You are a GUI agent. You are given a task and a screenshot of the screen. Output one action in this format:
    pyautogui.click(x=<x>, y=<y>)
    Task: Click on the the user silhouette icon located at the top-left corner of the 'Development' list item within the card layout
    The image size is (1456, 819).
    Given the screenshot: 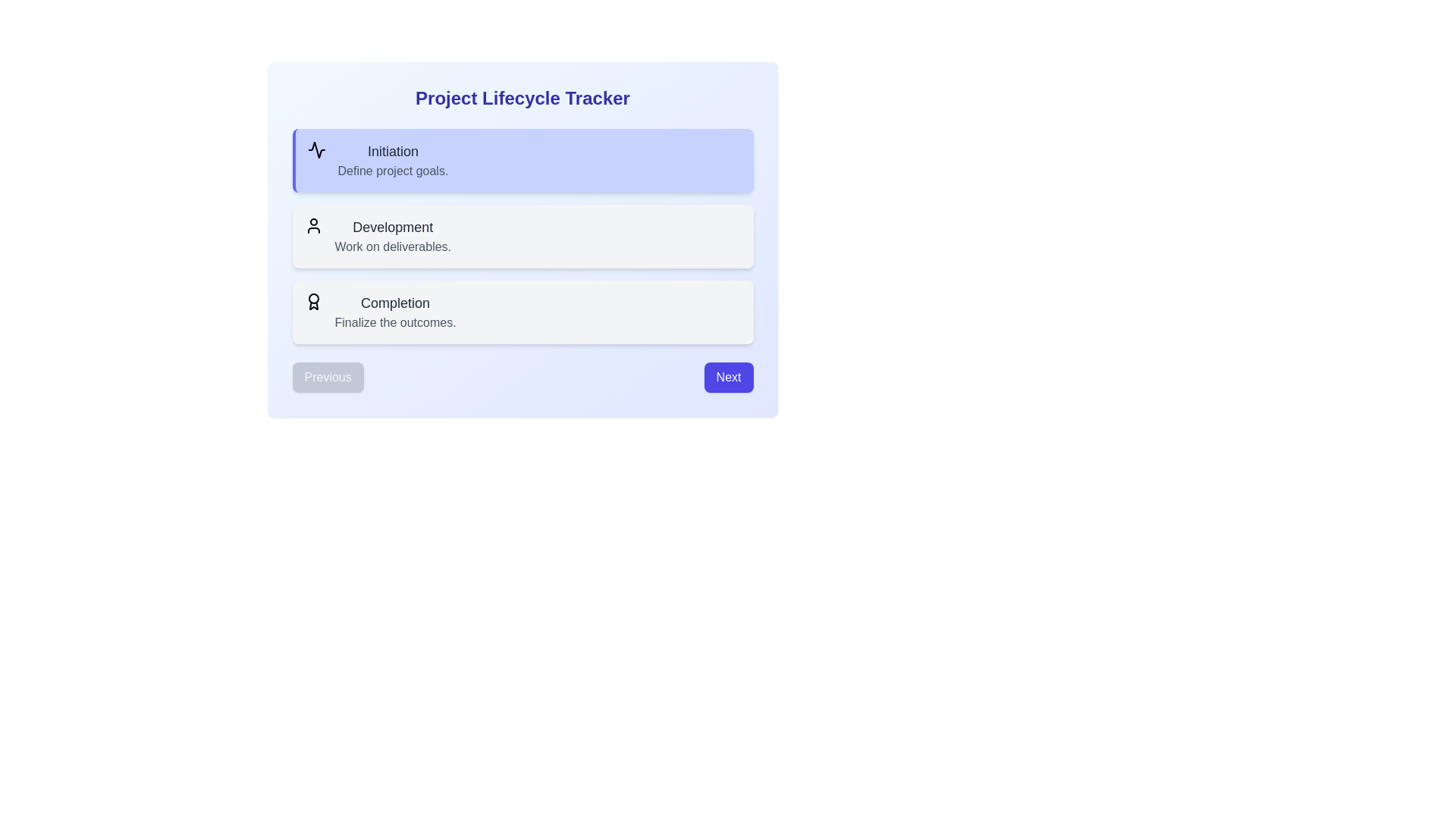 What is the action you would take?
    pyautogui.click(x=312, y=225)
    